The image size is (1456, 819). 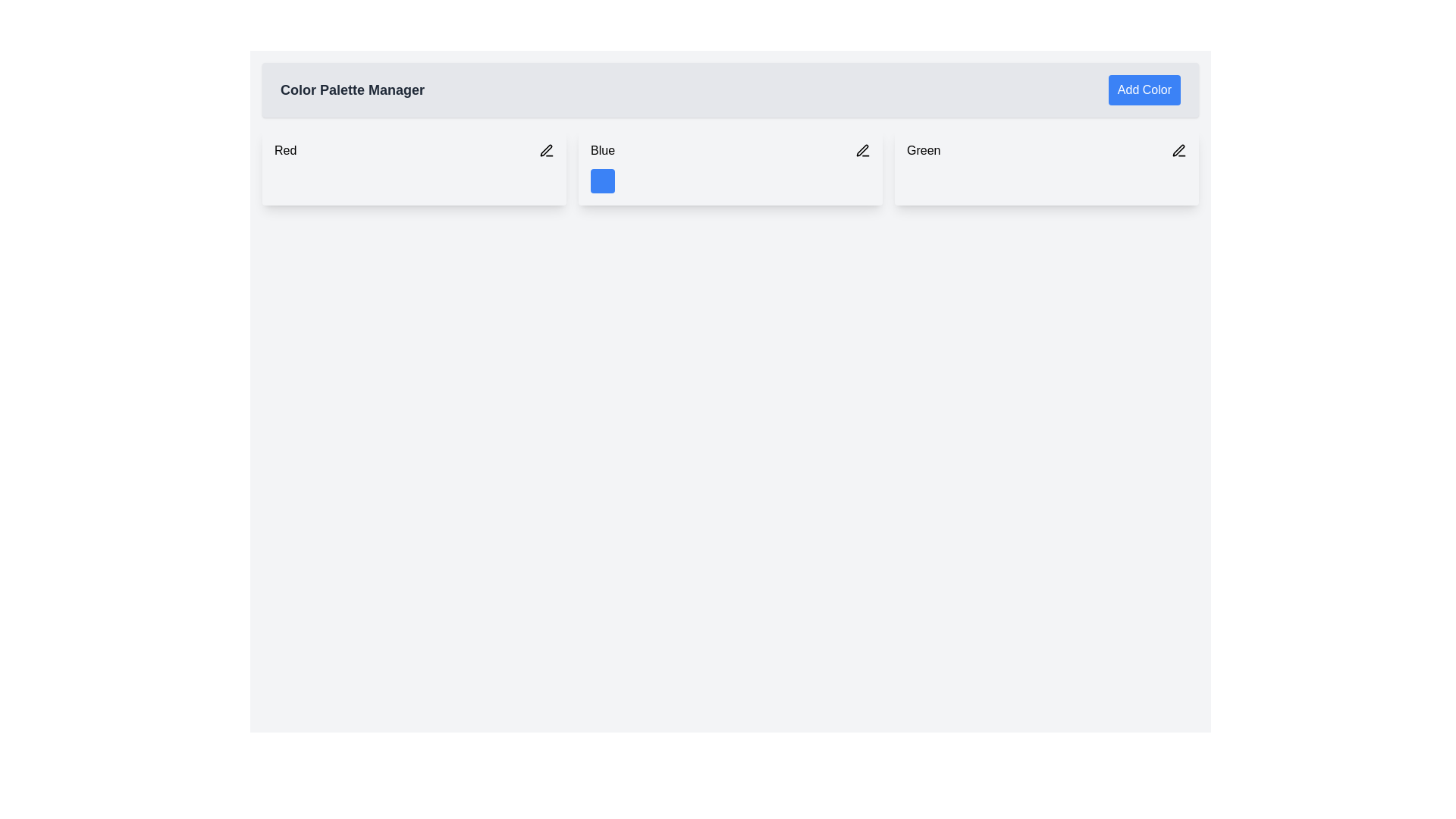 What do you see at coordinates (633, 180) in the screenshot?
I see `the middle light blue square-shaped box in the Color Palette Manager` at bounding box center [633, 180].